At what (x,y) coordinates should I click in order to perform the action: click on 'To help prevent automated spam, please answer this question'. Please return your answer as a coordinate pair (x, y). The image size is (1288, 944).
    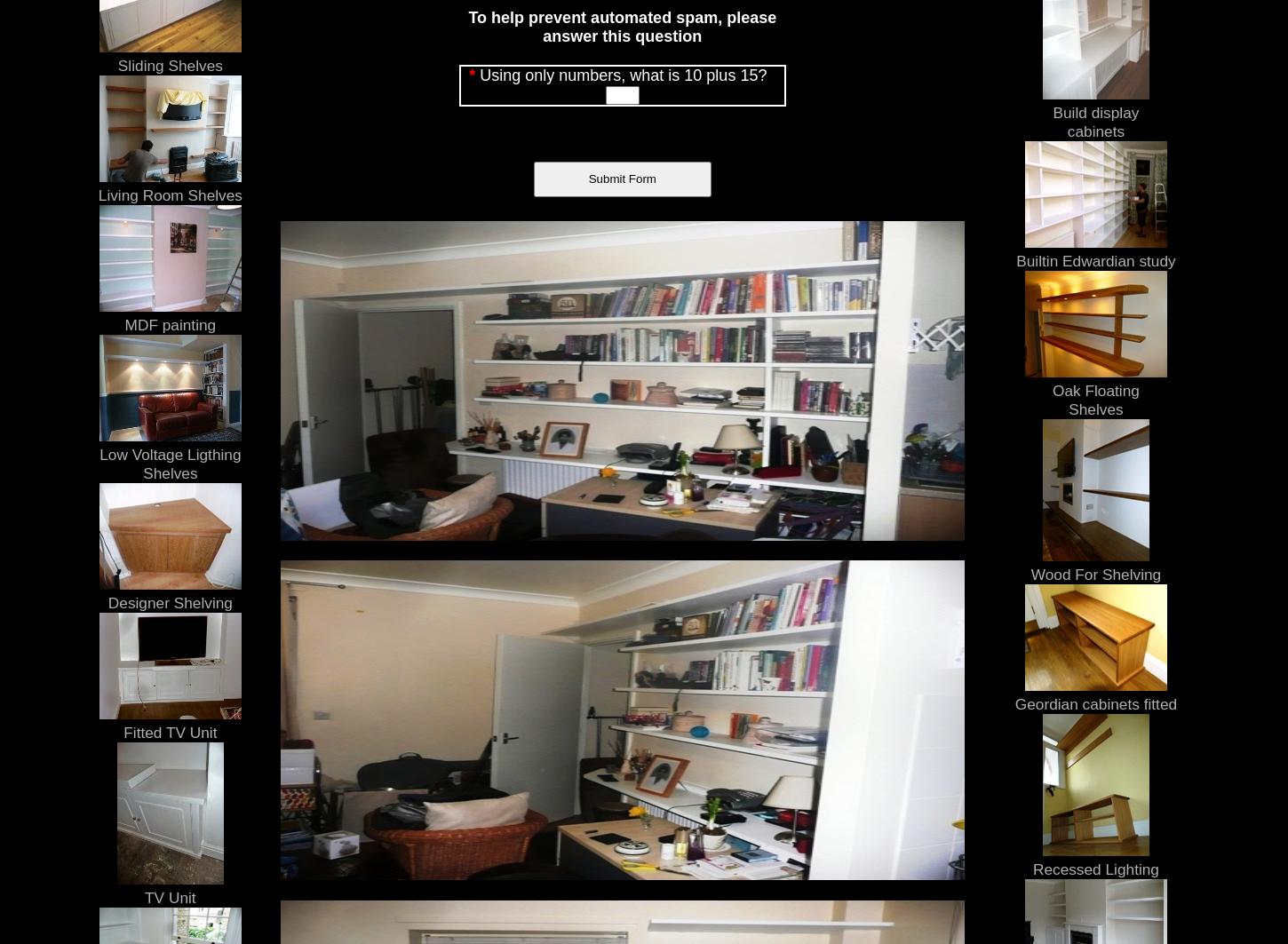
    Looking at the image, I should click on (621, 26).